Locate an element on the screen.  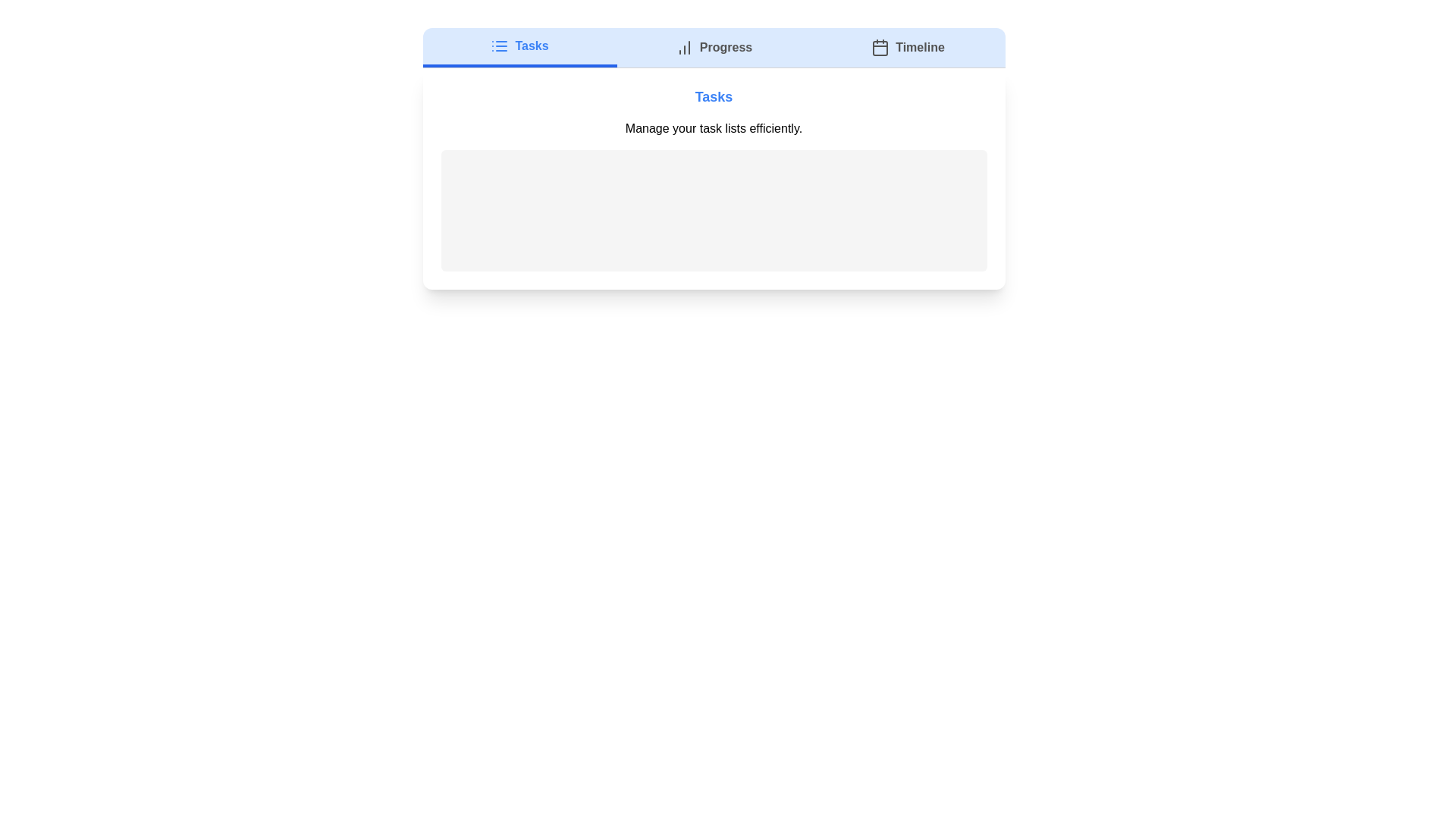
the first tab on the tabbed header bar is located at coordinates (519, 46).